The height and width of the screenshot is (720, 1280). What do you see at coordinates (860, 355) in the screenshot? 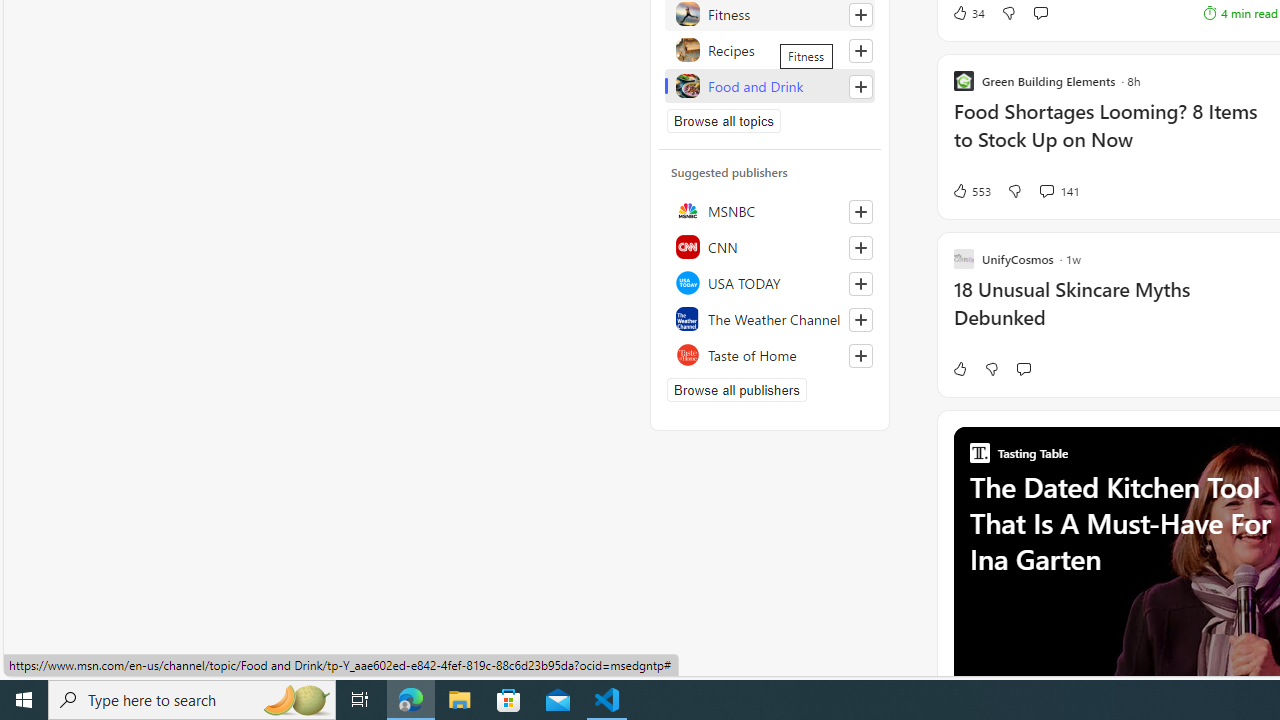
I see `'Follow this source'` at bounding box center [860, 355].